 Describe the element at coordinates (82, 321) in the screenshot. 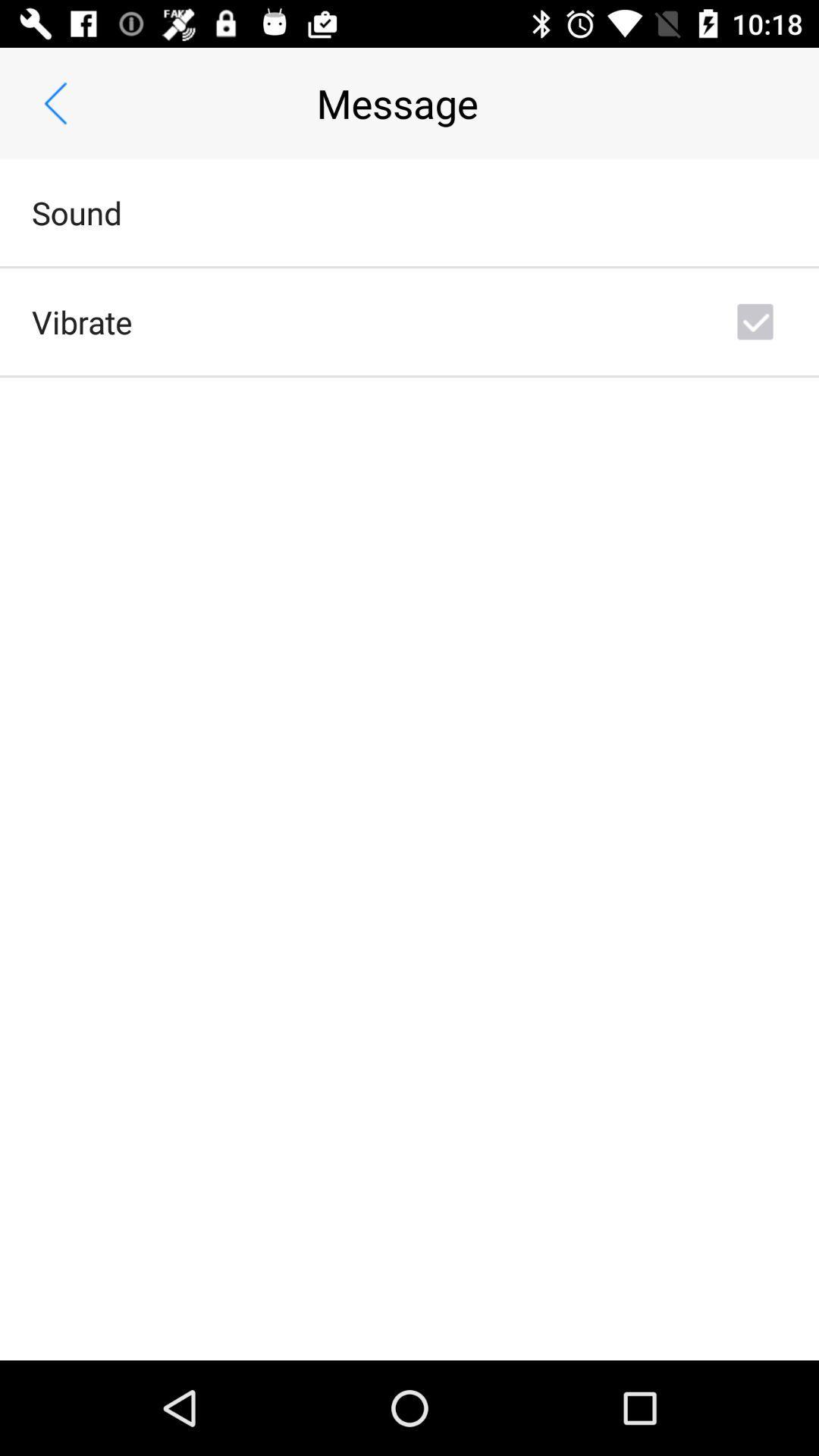

I see `the item below the sound icon` at that location.